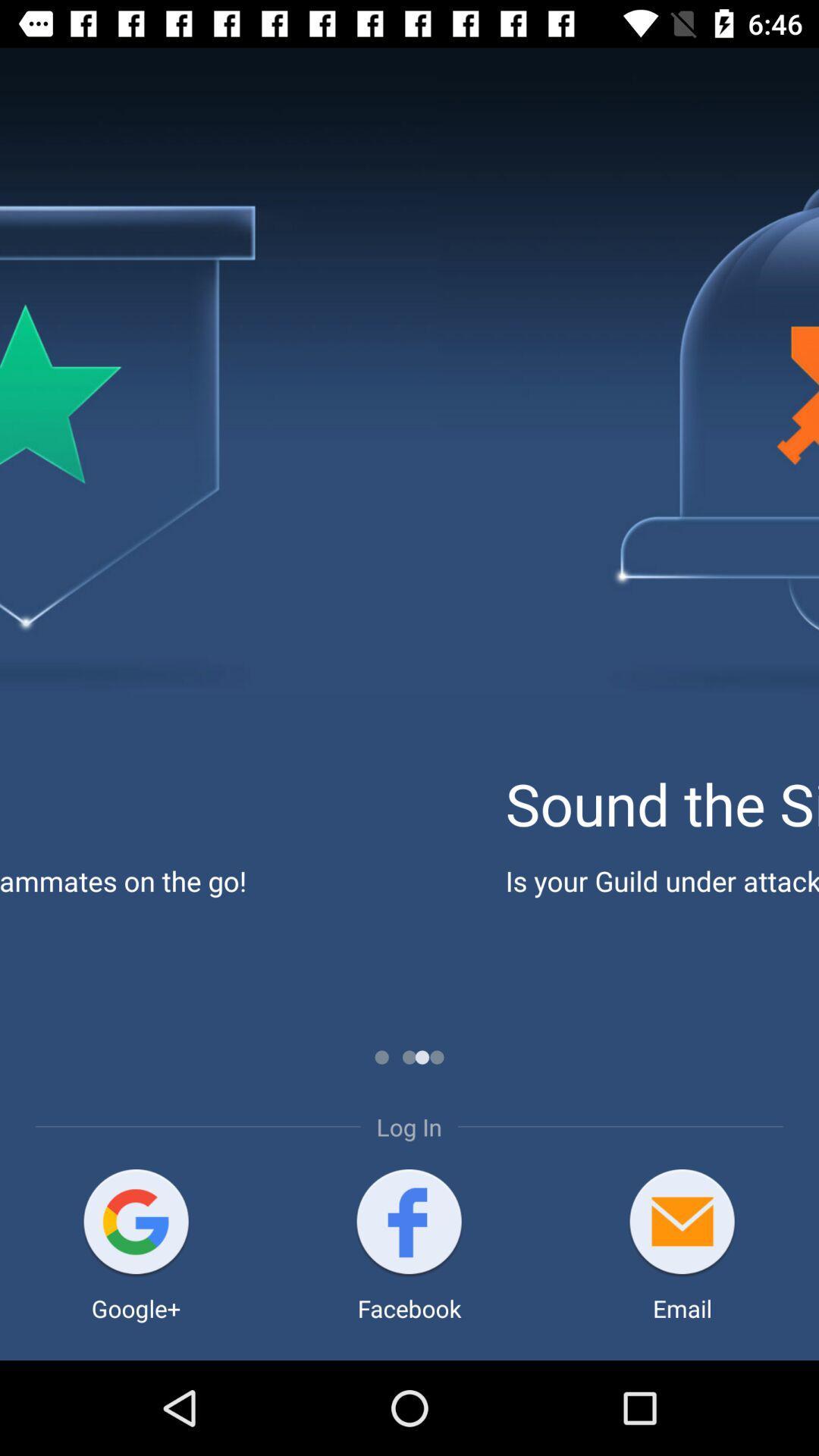 The height and width of the screenshot is (1456, 819). Describe the element at coordinates (681, 1223) in the screenshot. I see `access email` at that location.